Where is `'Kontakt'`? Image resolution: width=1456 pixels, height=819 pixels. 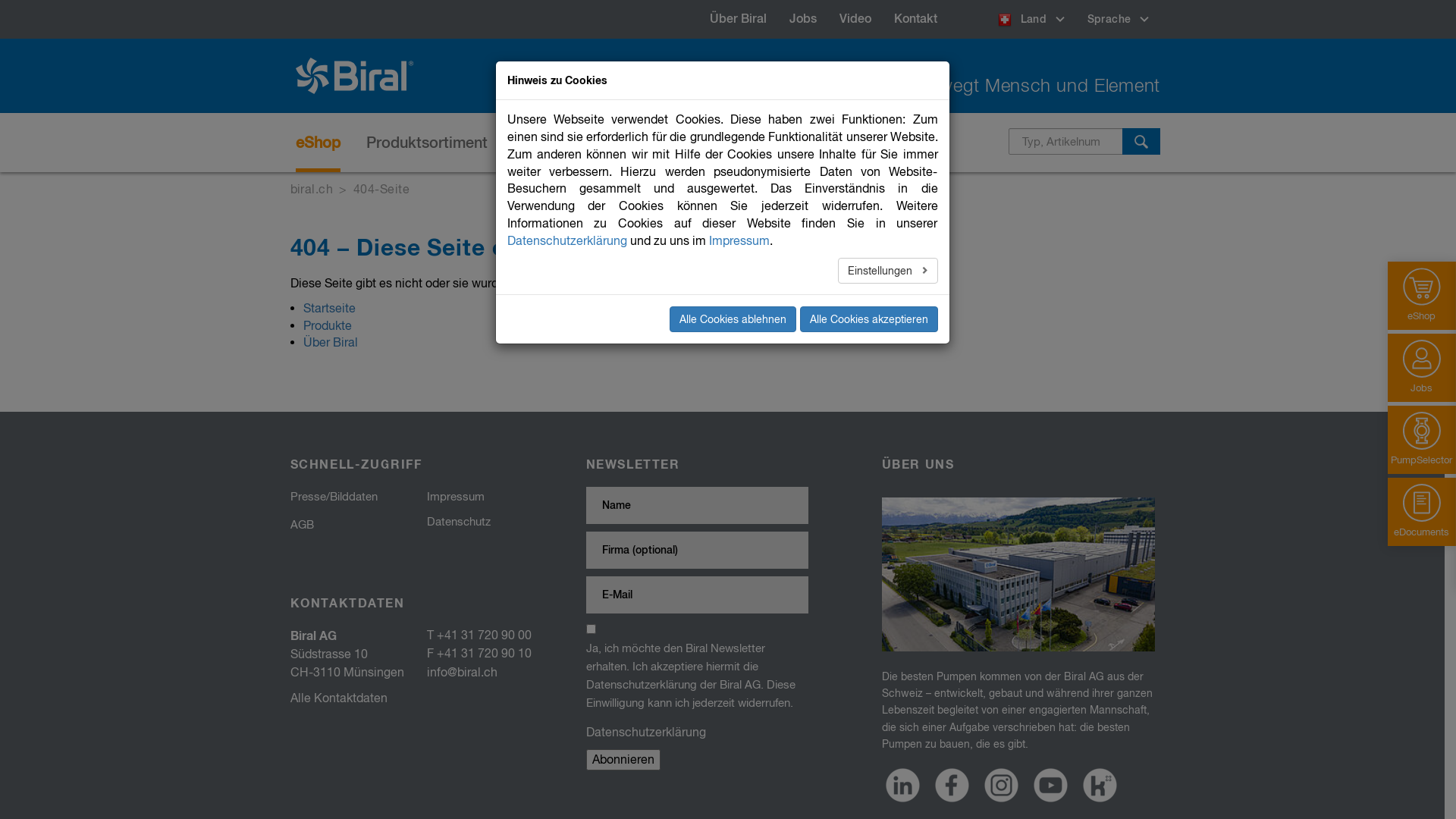 'Kontakt' is located at coordinates (915, 18).